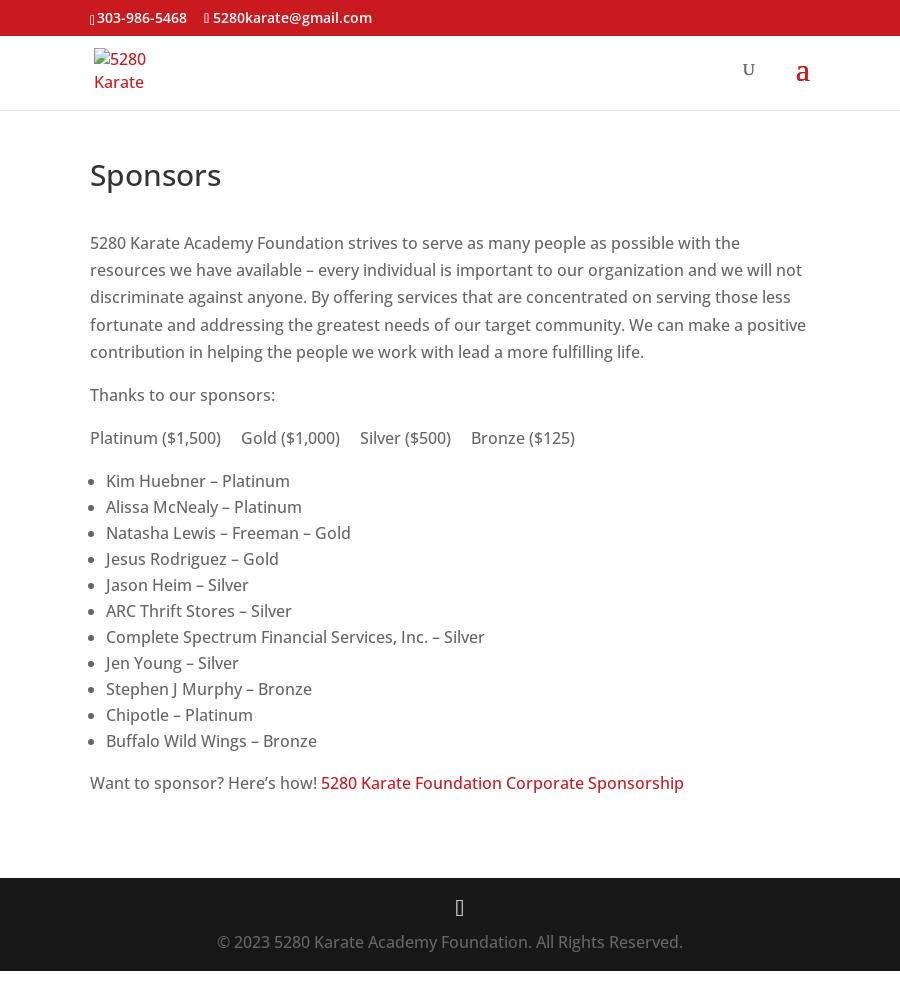 The width and height of the screenshot is (900, 1000). What do you see at coordinates (450, 940) in the screenshot?
I see `'© 2023 5280 Karate Academy Foundation. All Rights Reserved.'` at bounding box center [450, 940].